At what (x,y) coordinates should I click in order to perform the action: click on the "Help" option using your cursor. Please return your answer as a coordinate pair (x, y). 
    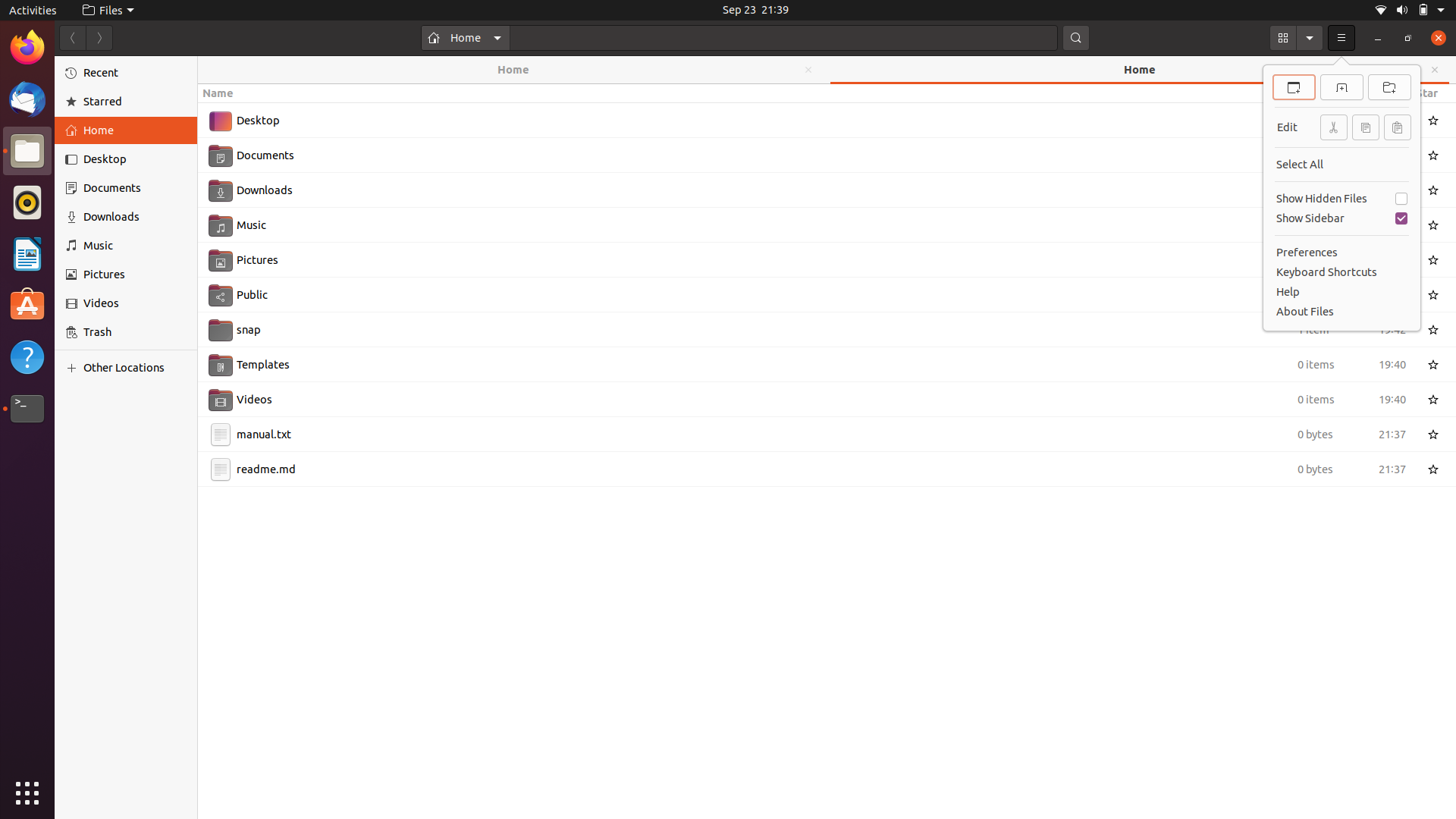
    Looking at the image, I should click on (1340, 291).